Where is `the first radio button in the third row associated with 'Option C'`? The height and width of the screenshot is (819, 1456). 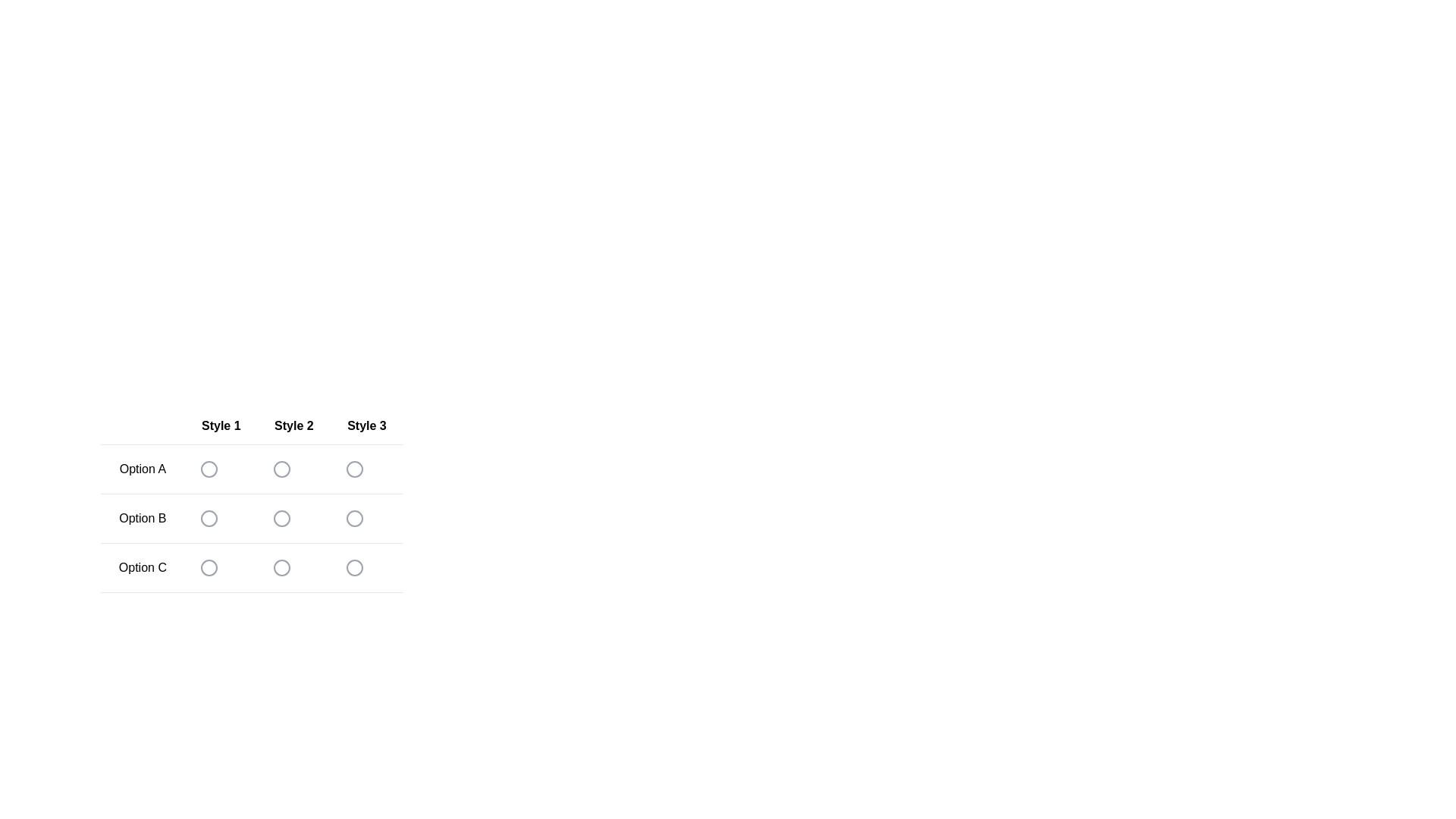
the first radio button in the third row associated with 'Option C' is located at coordinates (208, 567).